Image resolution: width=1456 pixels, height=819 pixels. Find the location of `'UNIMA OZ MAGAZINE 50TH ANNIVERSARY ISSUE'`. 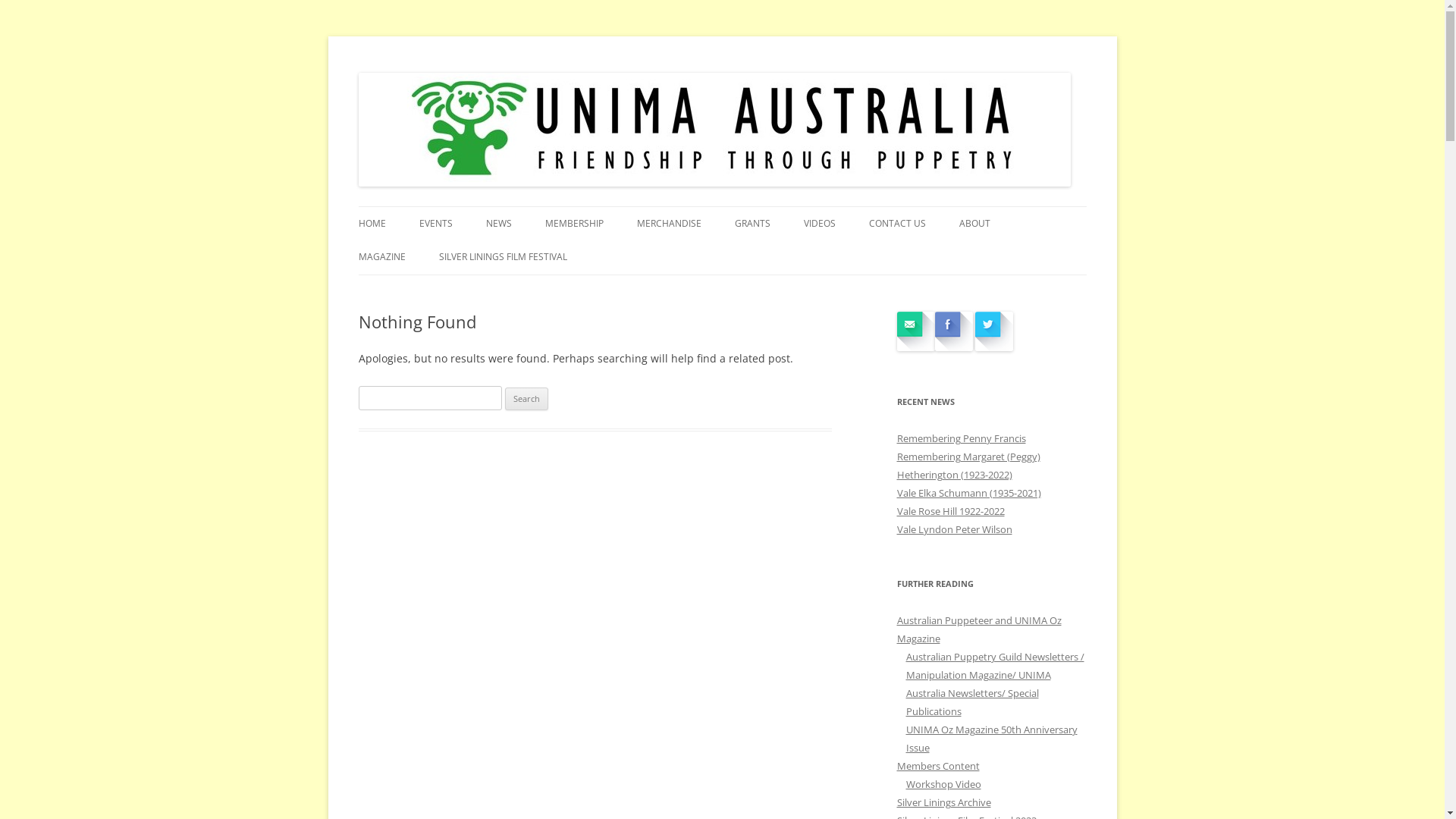

'UNIMA OZ MAGAZINE 50TH ANNIVERSARY ISSUE' is located at coordinates (432, 299).